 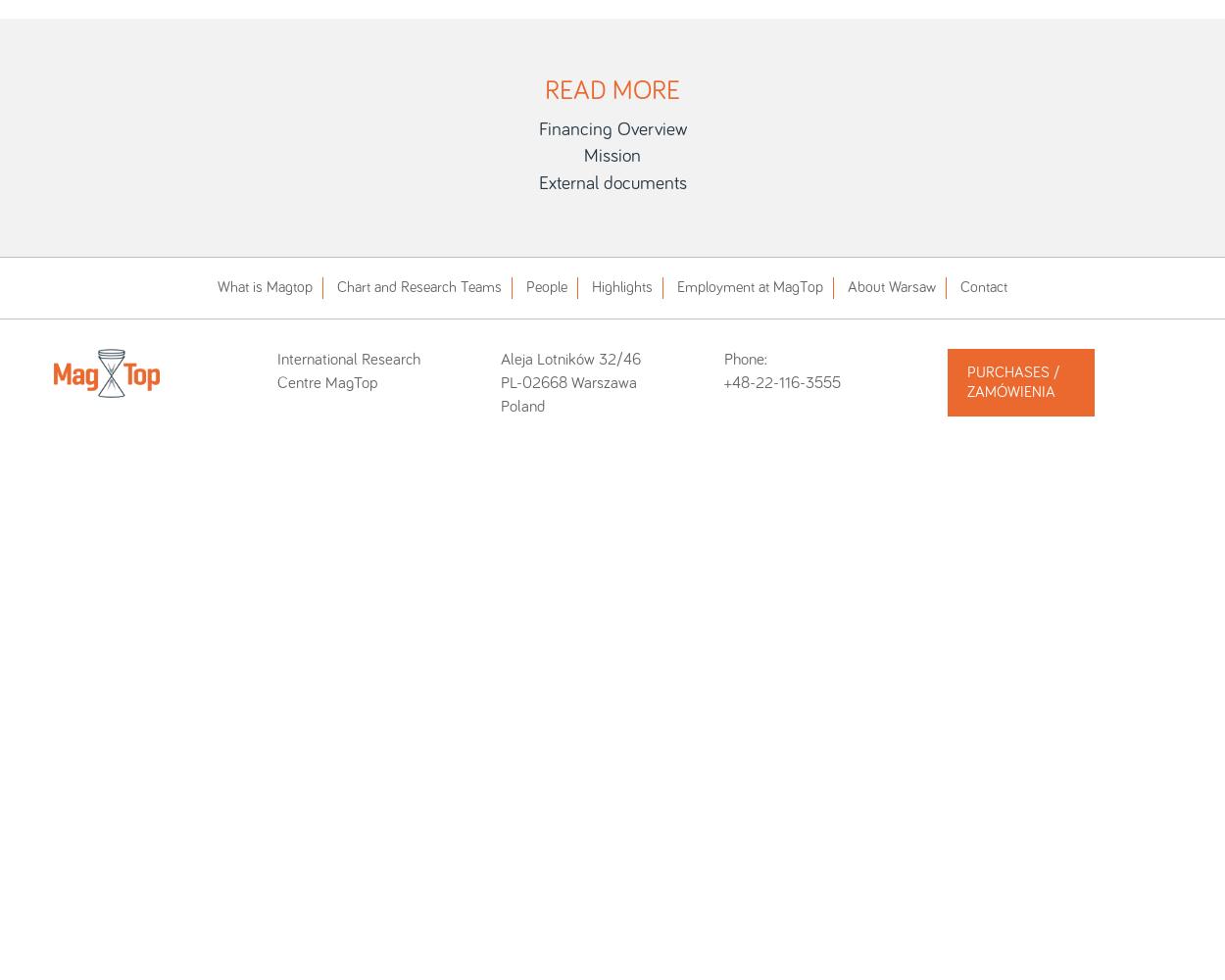 I want to click on 'Employment at MagTop', so click(x=750, y=286).